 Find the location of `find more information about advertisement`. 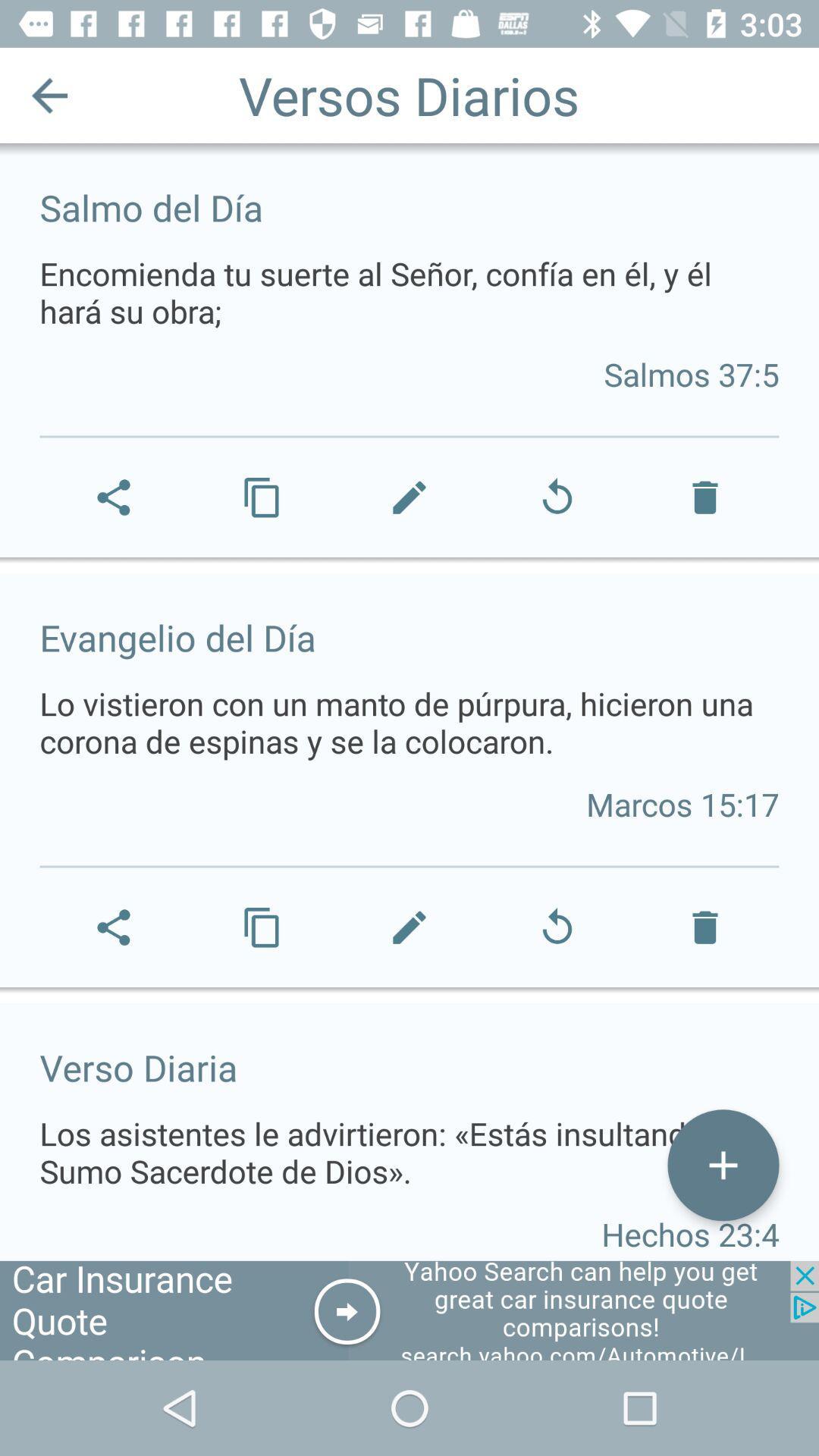

find more information about advertisement is located at coordinates (409, 1310).